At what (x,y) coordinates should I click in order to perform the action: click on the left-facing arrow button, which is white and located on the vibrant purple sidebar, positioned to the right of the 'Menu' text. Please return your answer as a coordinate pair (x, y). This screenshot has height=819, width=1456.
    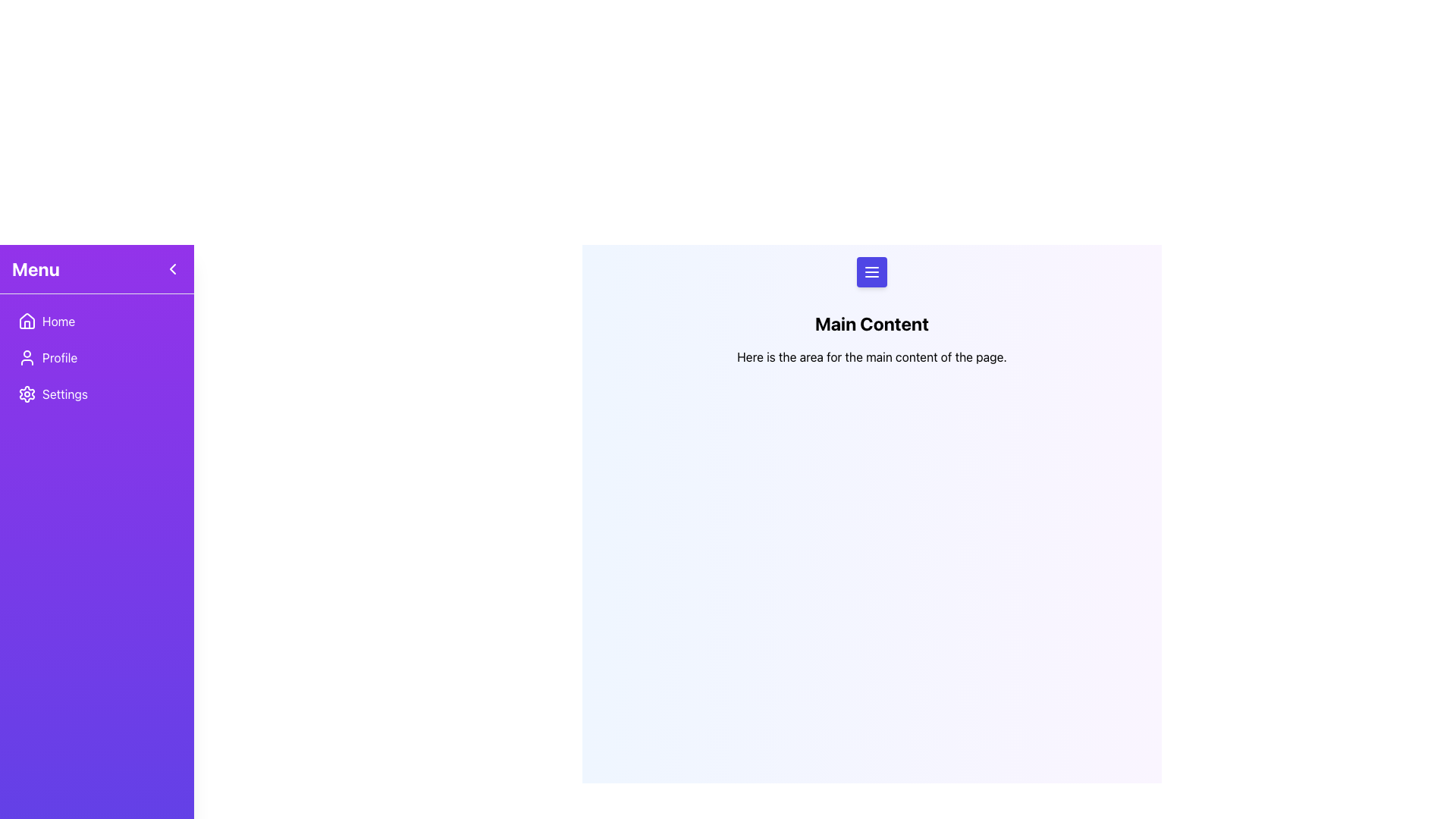
    Looking at the image, I should click on (172, 268).